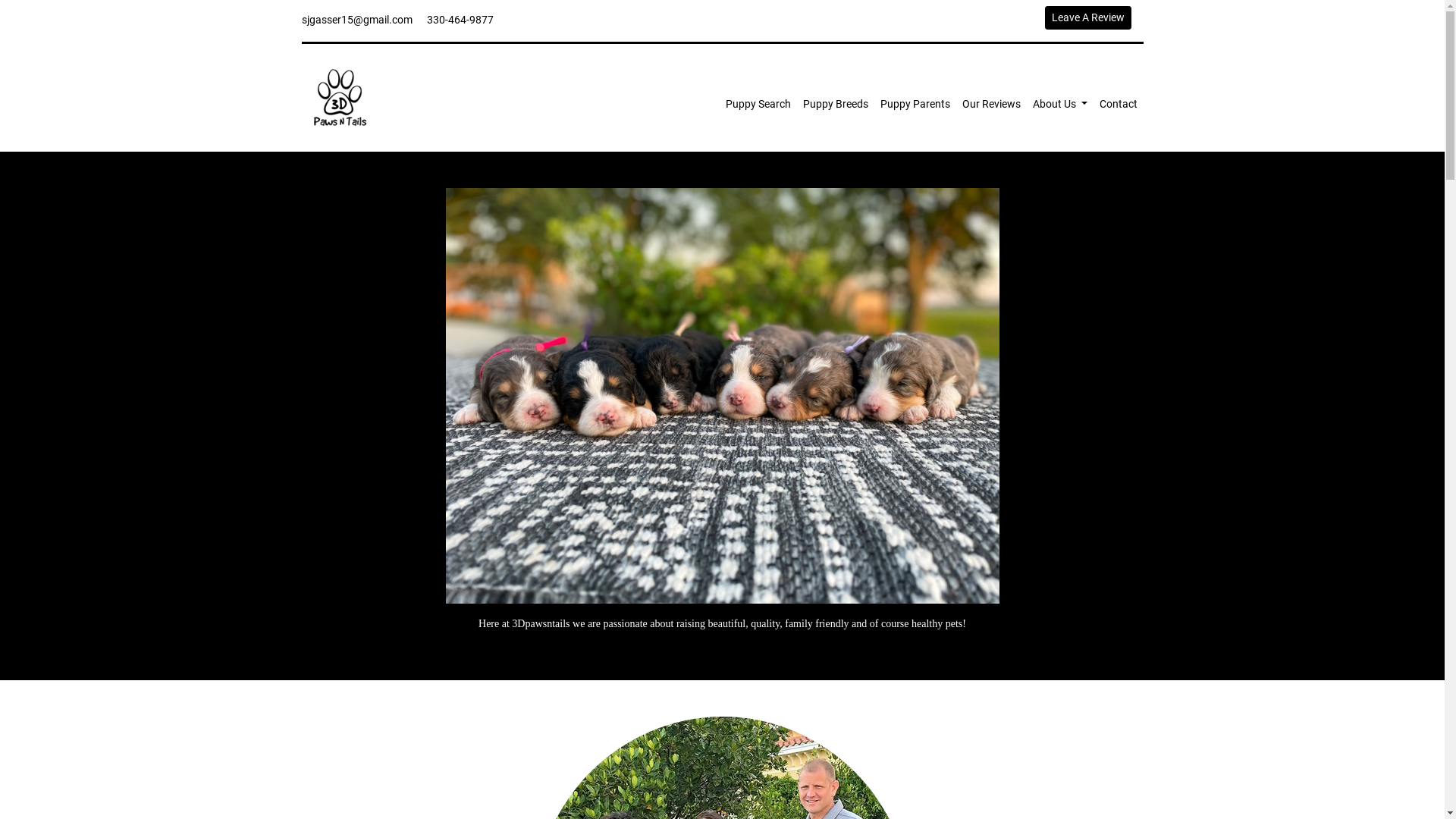 This screenshot has width=1456, height=819. What do you see at coordinates (1087, 17) in the screenshot?
I see `'Leave A Review'` at bounding box center [1087, 17].